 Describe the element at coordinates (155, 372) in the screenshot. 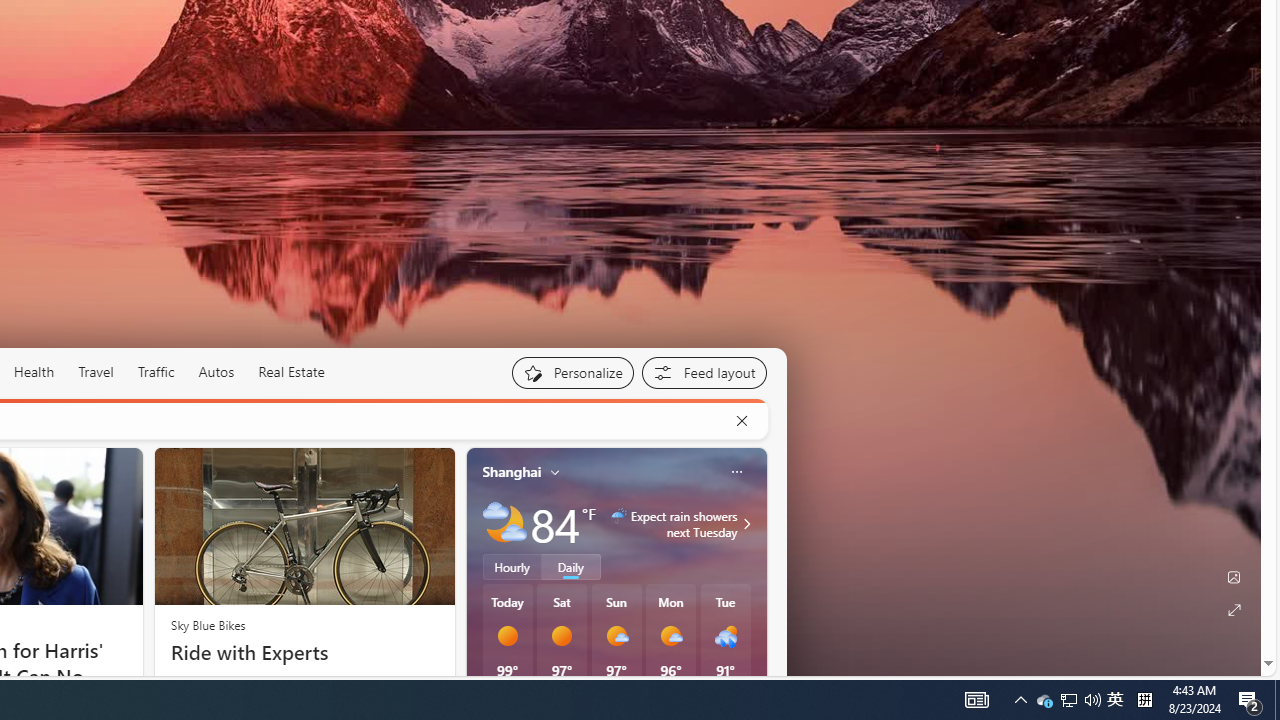

I see `'Traffic'` at that location.